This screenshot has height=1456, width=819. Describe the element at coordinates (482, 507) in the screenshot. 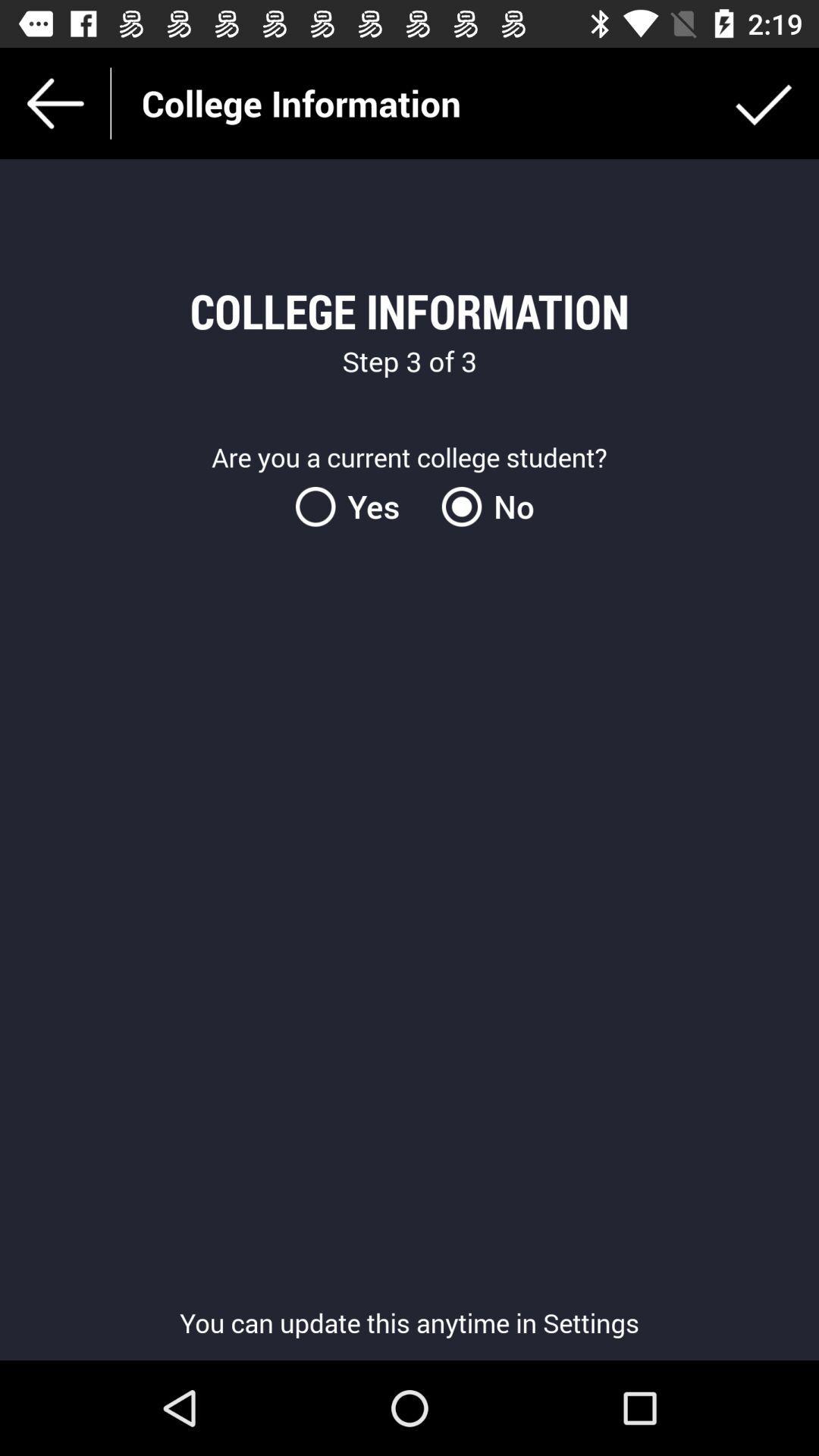

I see `the icon below the are you a item` at that location.